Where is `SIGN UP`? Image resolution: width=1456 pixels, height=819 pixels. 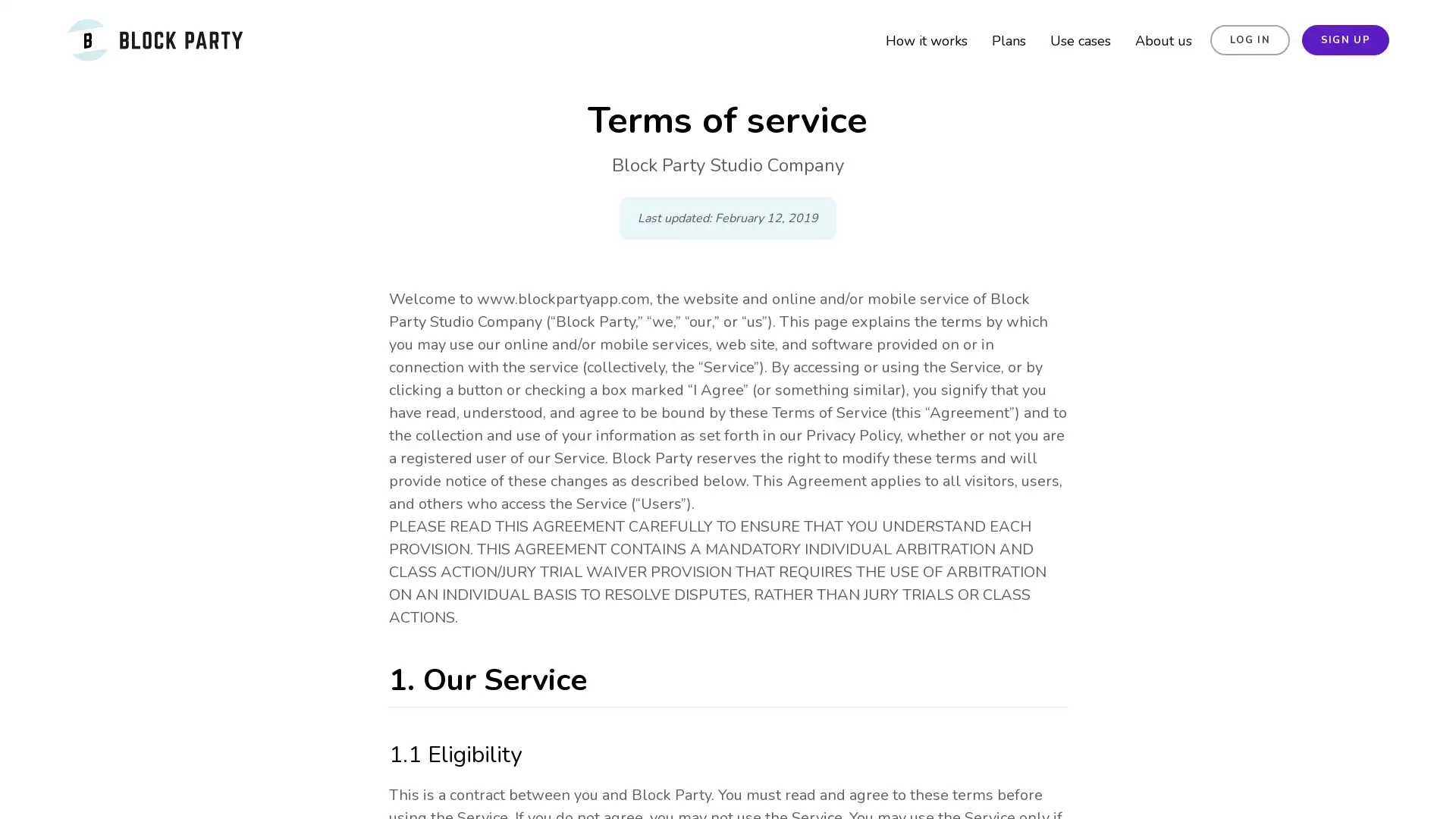
SIGN UP is located at coordinates (1345, 39).